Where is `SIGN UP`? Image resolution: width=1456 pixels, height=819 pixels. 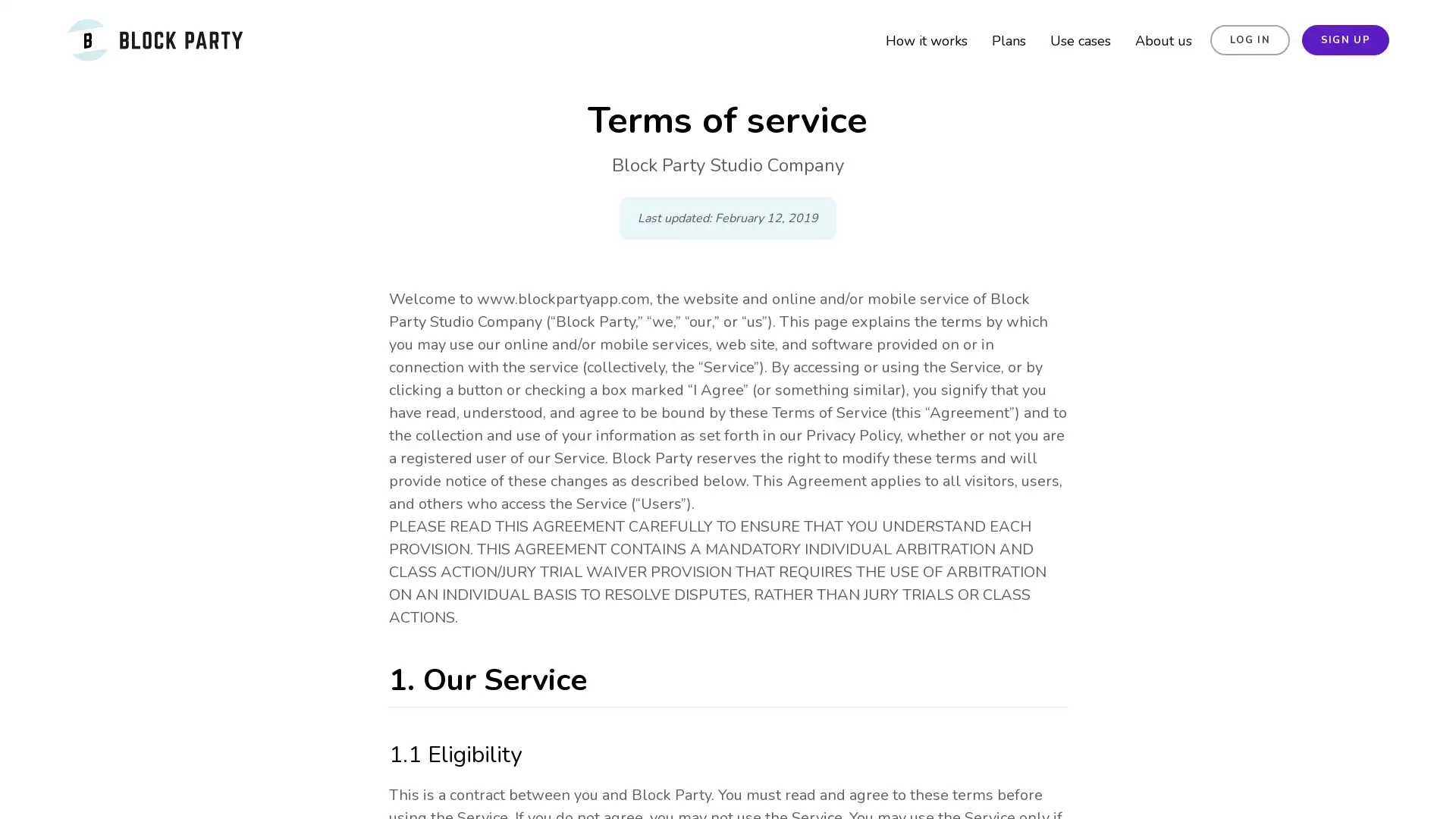
SIGN UP is located at coordinates (1345, 39).